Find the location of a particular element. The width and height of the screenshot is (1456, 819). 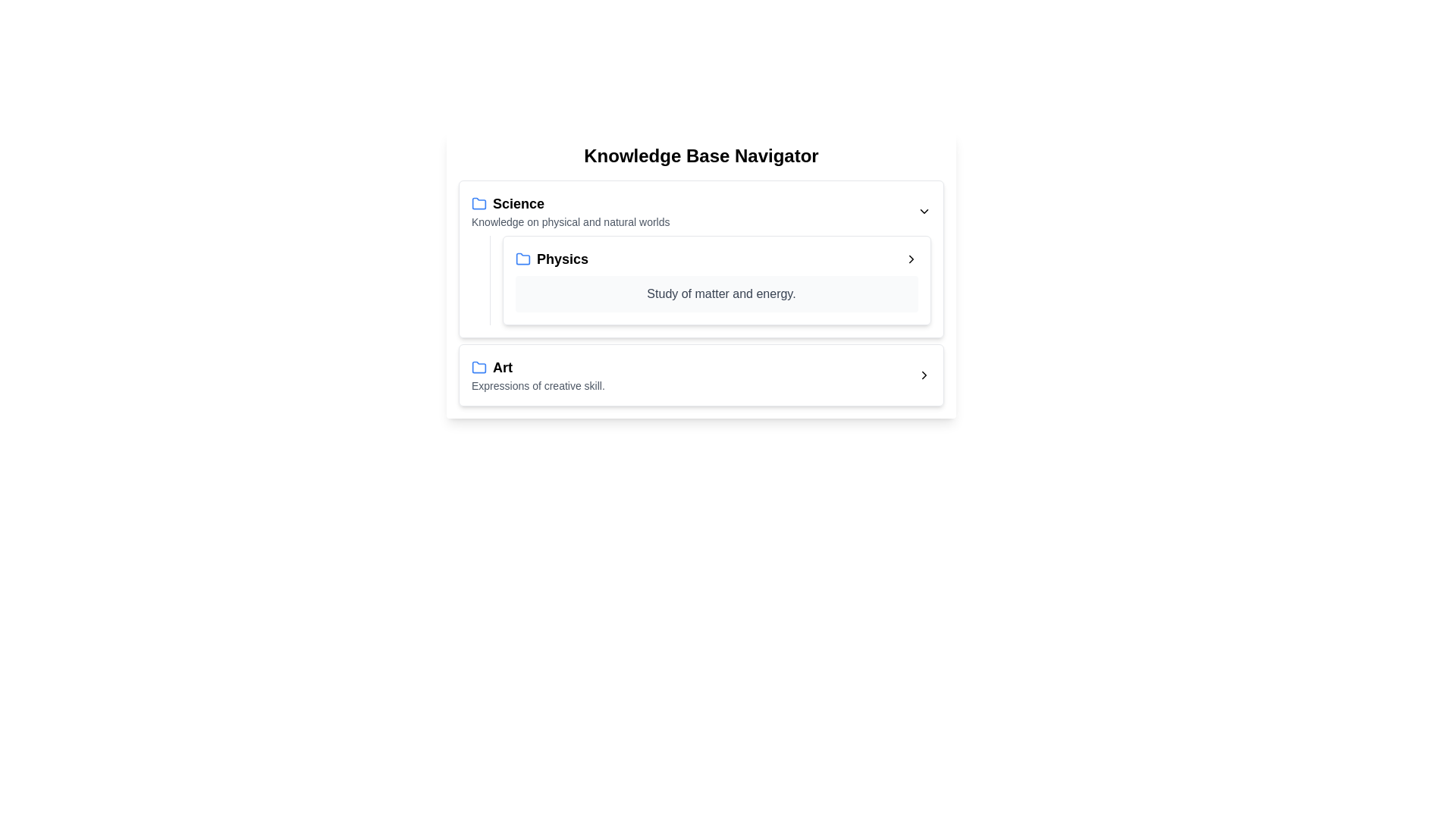

the chevron icon located on the far right side of the 'Physics' section is located at coordinates (910, 259).